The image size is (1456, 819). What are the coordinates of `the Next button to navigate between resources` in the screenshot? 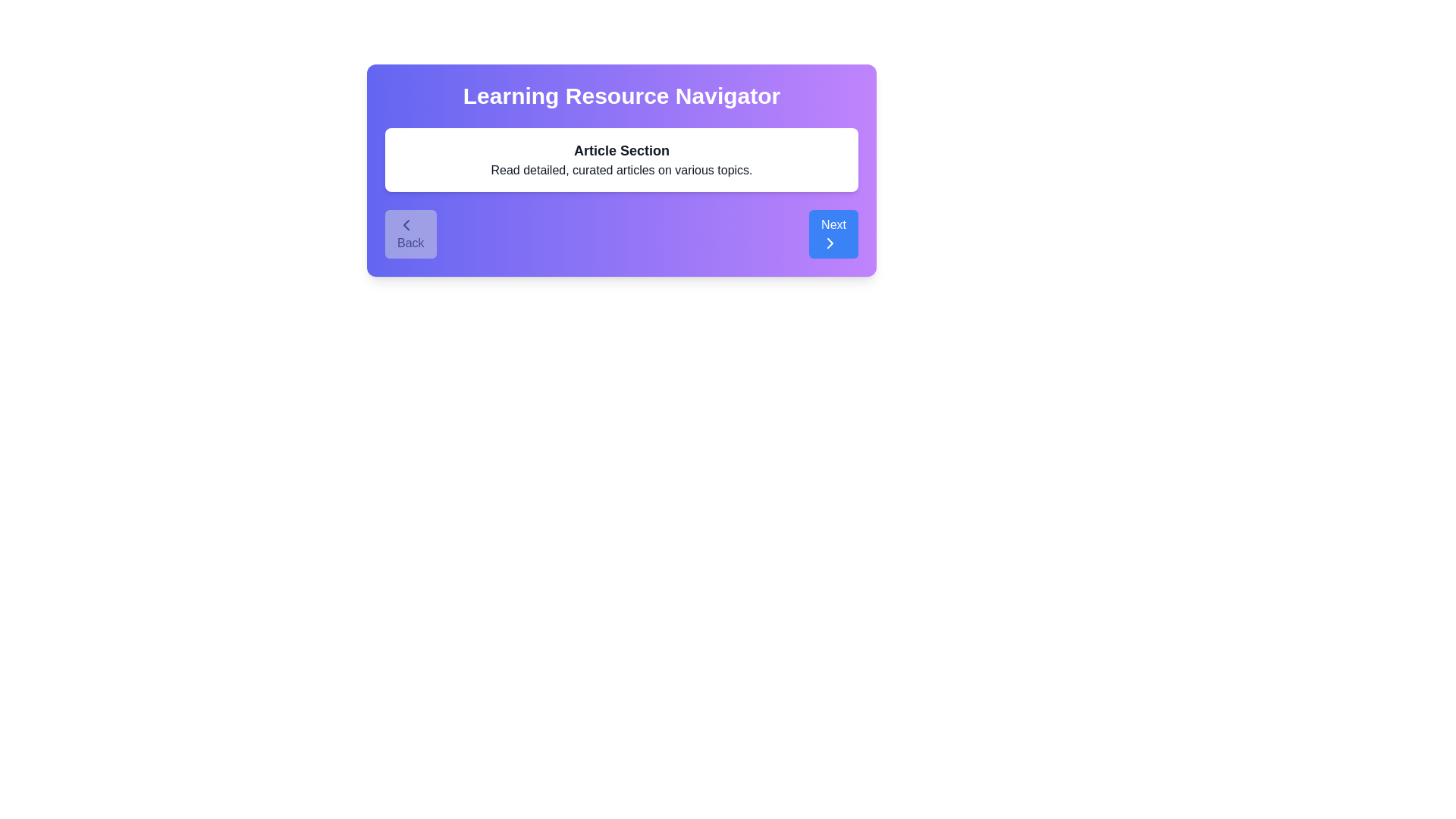 It's located at (833, 234).